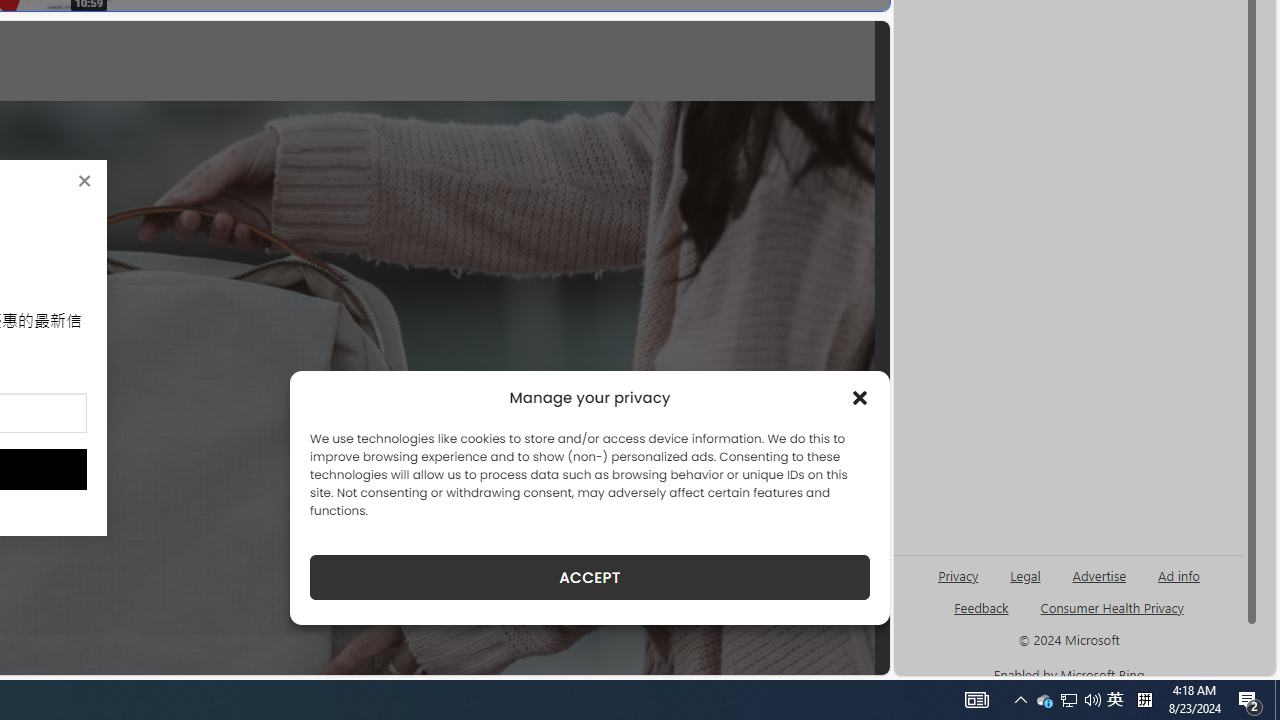  What do you see at coordinates (589, 577) in the screenshot?
I see `'ACCEPT'` at bounding box center [589, 577].